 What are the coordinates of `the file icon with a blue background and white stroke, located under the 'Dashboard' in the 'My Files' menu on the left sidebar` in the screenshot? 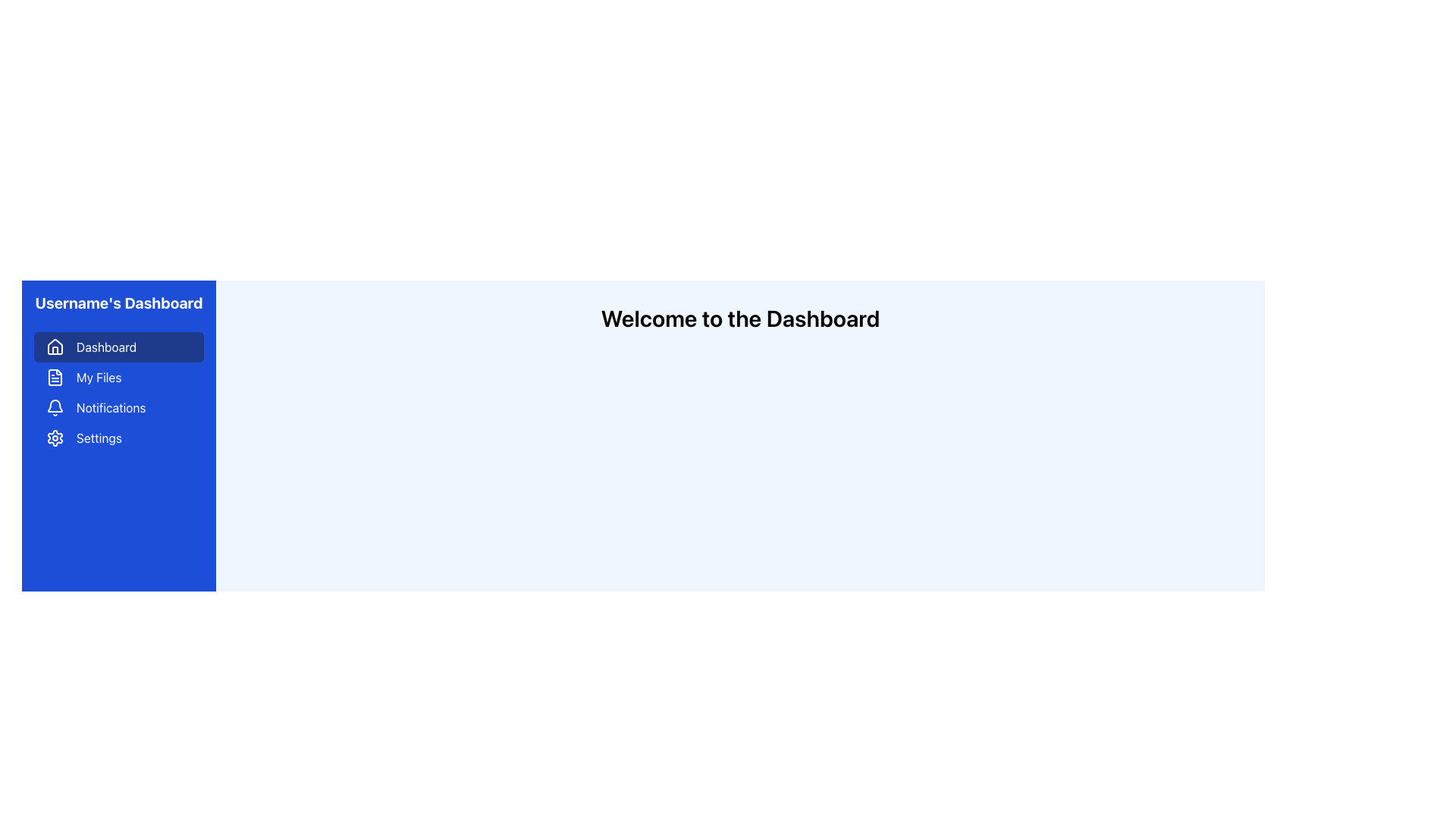 It's located at (55, 376).